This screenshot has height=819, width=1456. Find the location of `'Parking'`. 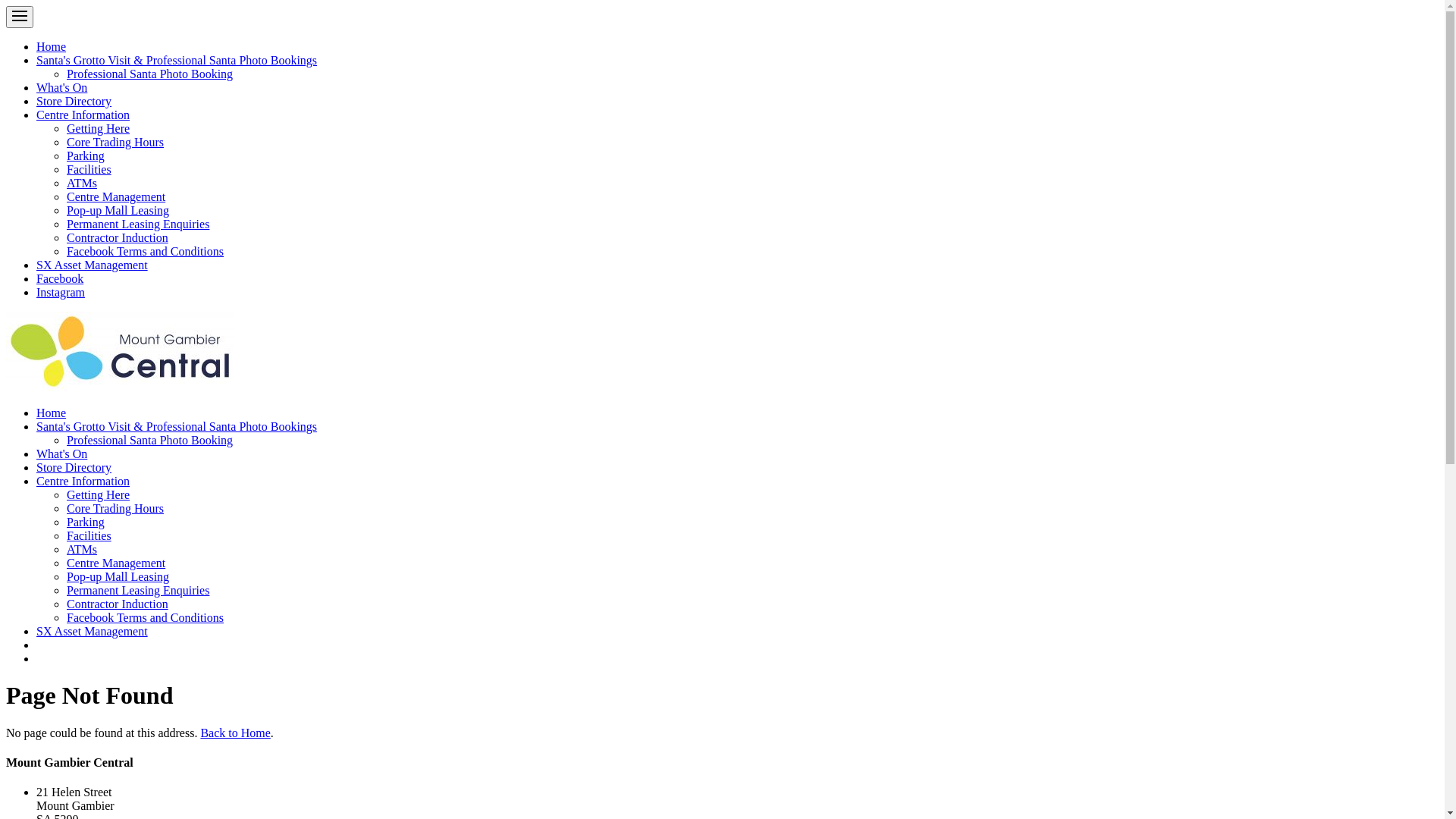

'Parking' is located at coordinates (85, 521).